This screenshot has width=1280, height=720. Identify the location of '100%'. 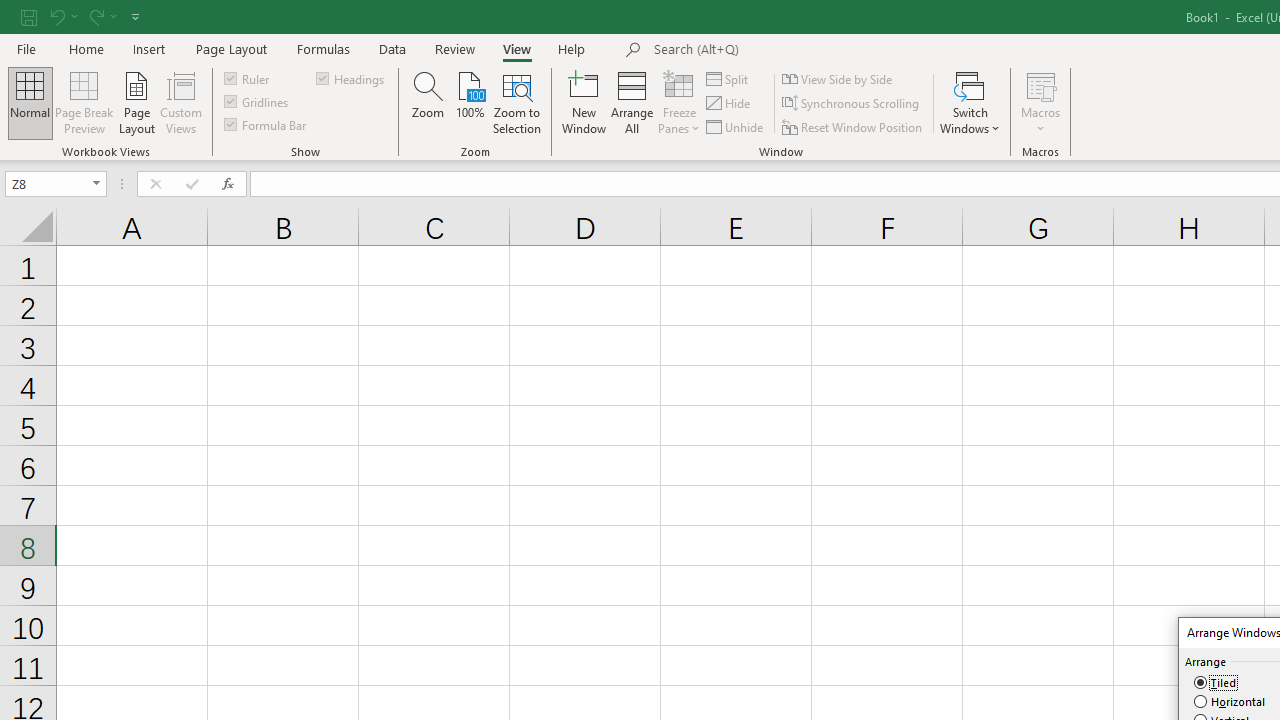
(469, 103).